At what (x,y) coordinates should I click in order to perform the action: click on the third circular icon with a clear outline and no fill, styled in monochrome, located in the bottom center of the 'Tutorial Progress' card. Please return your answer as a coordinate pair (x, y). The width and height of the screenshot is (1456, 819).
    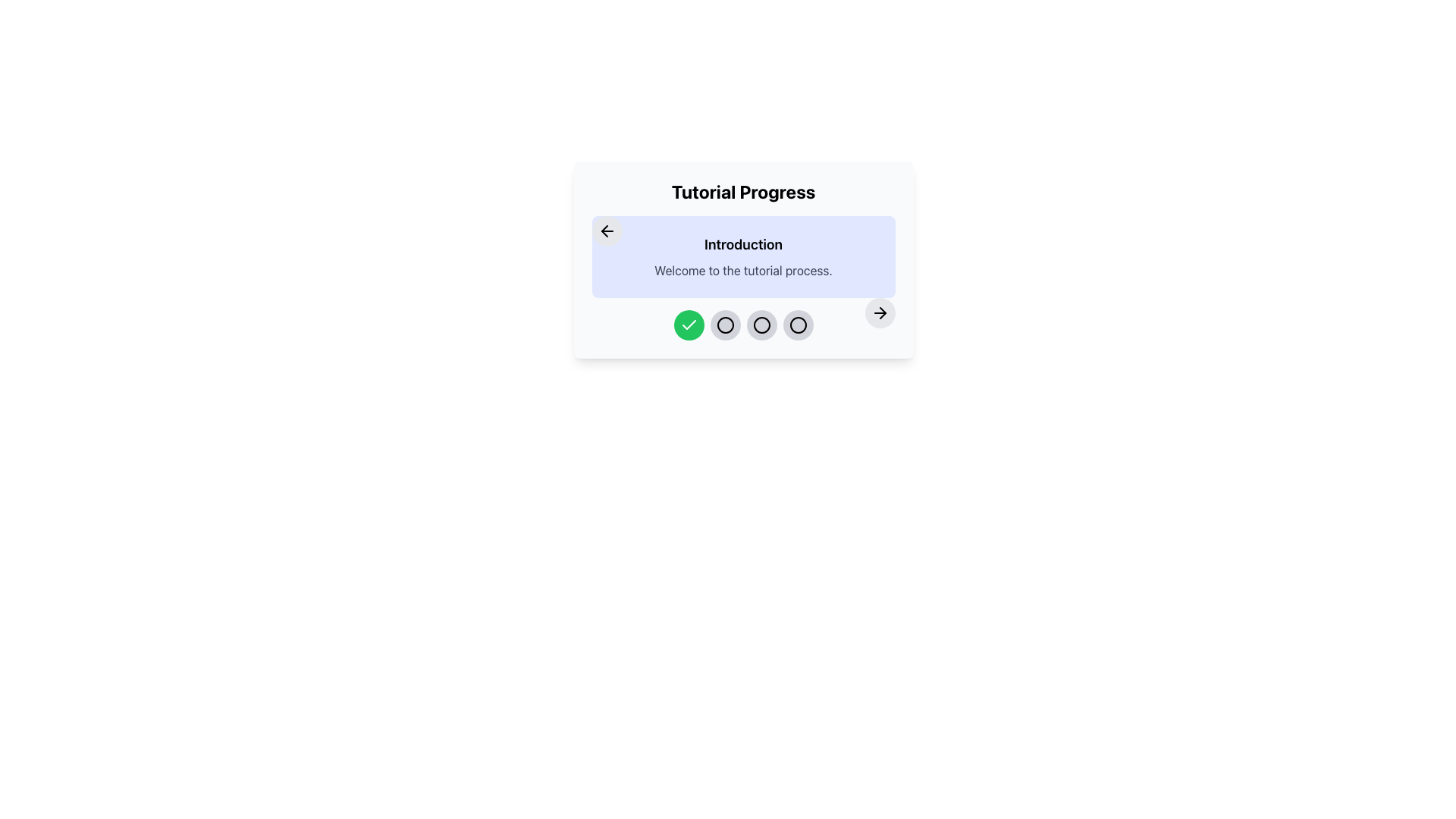
    Looking at the image, I should click on (761, 324).